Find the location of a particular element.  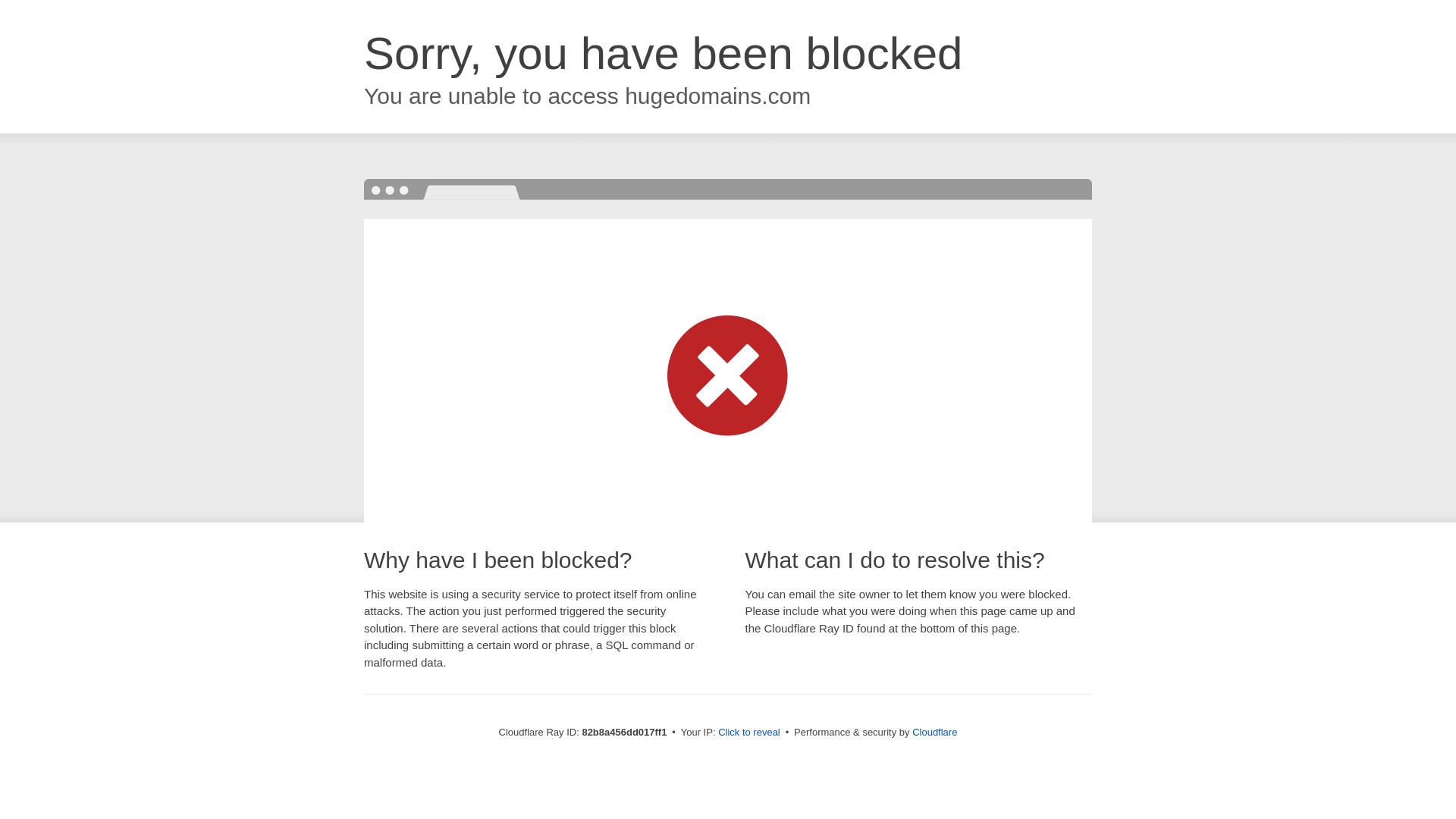

'Click to reveal' is located at coordinates (749, 731).